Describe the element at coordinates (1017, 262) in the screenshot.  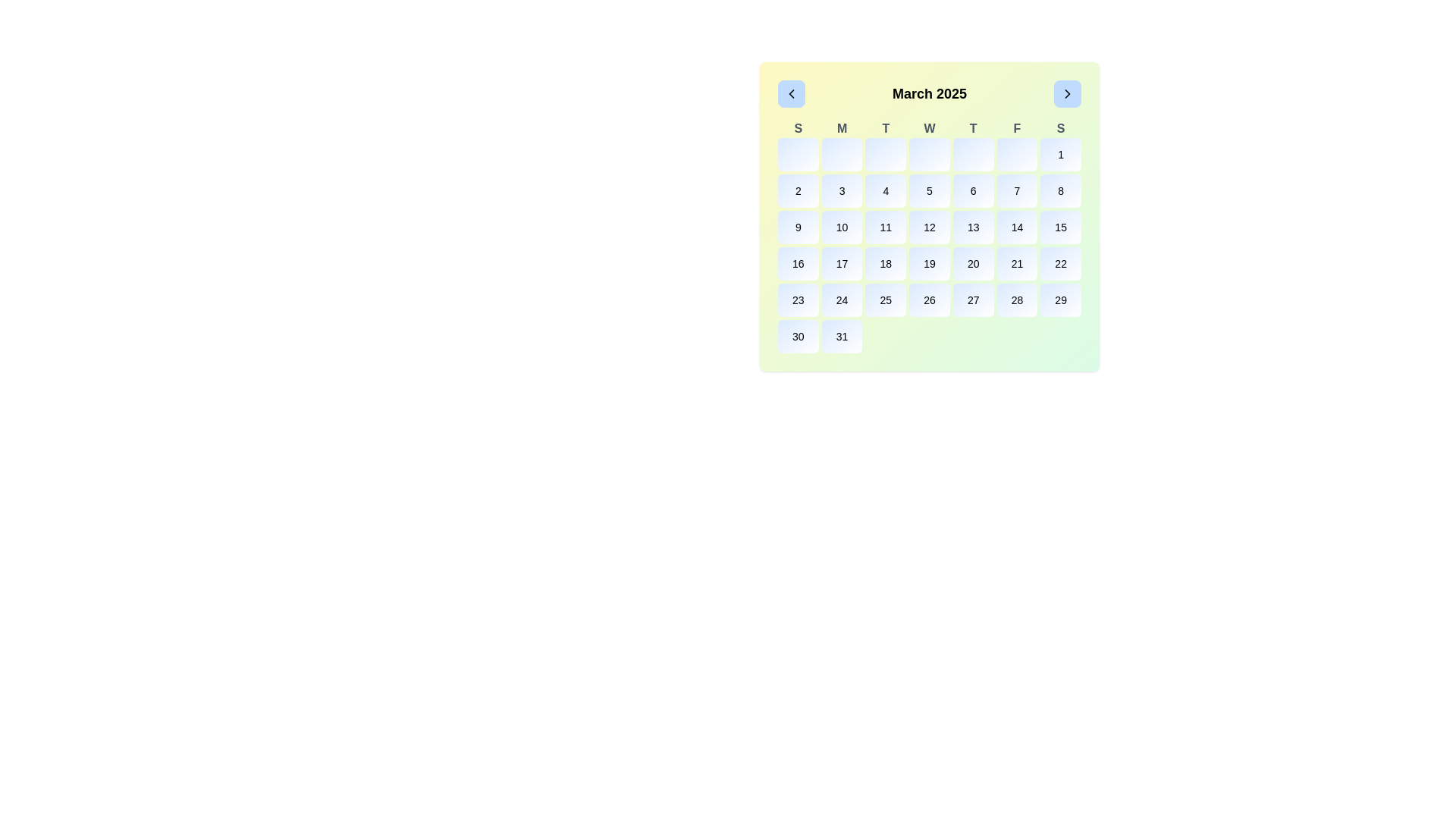
I see `the small rectangular button with the text '21' at its center` at that location.